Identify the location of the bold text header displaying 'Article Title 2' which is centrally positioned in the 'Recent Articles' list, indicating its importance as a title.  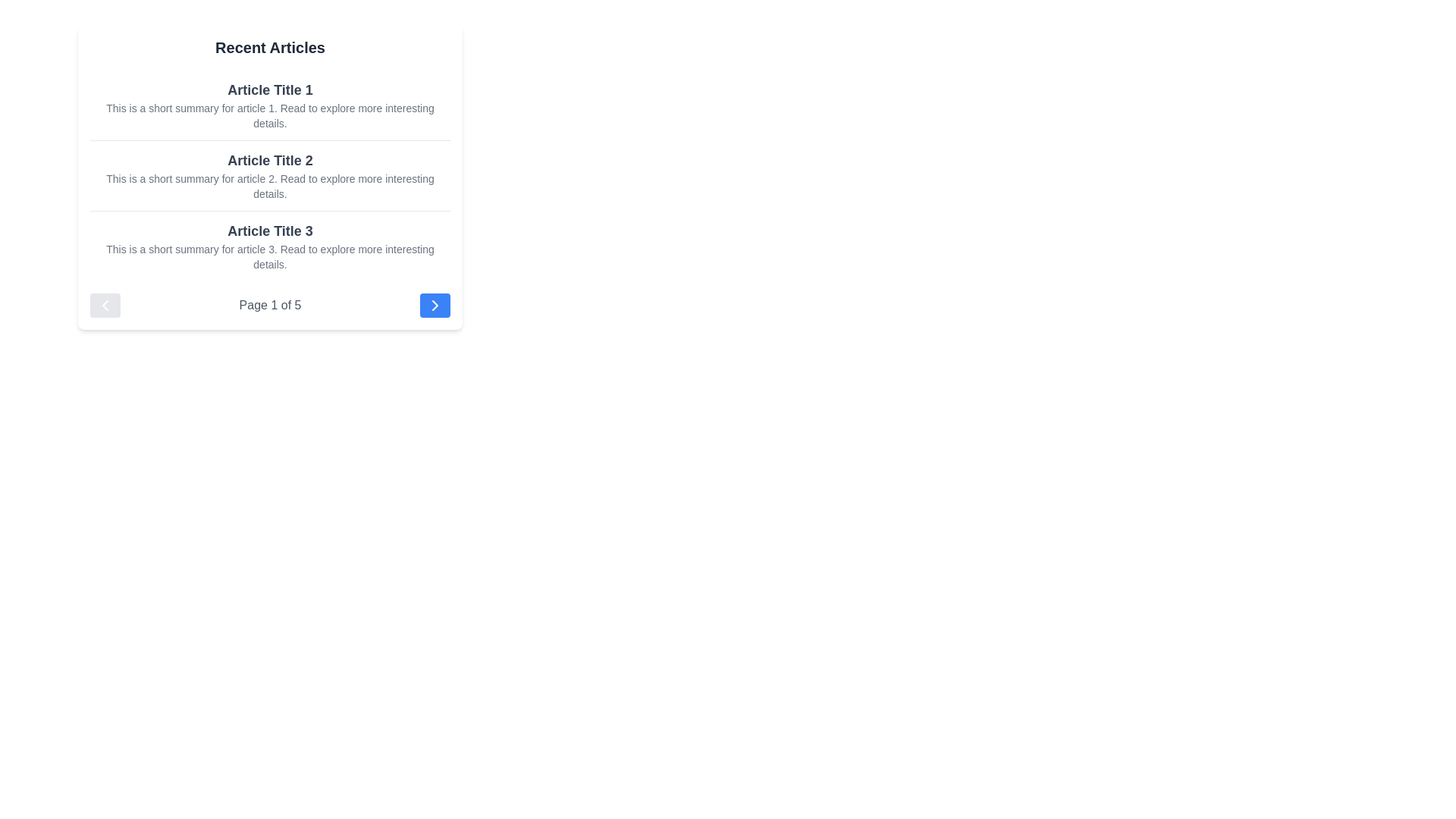
(270, 161).